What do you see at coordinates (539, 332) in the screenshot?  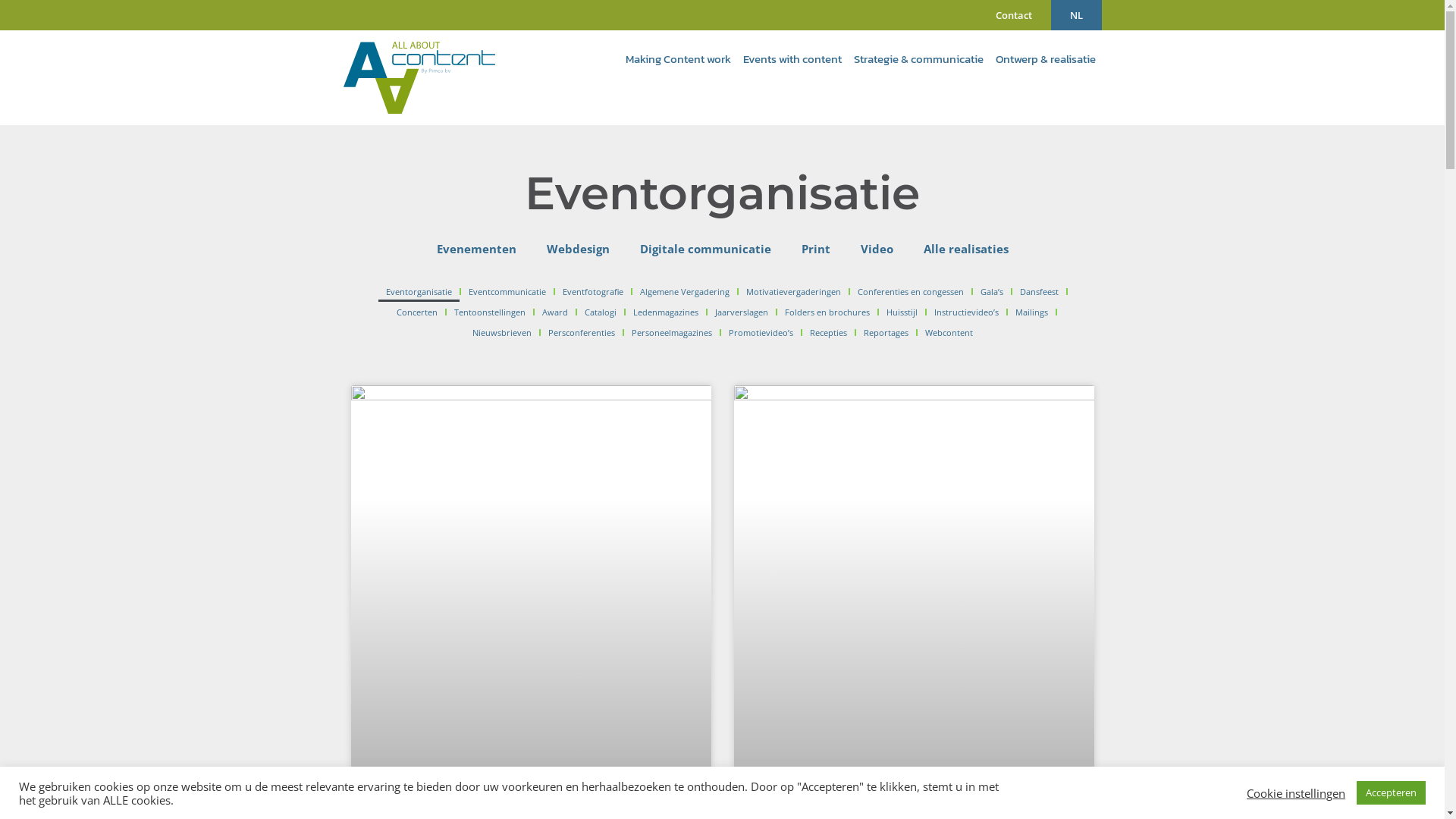 I see `'Persconferenties'` at bounding box center [539, 332].